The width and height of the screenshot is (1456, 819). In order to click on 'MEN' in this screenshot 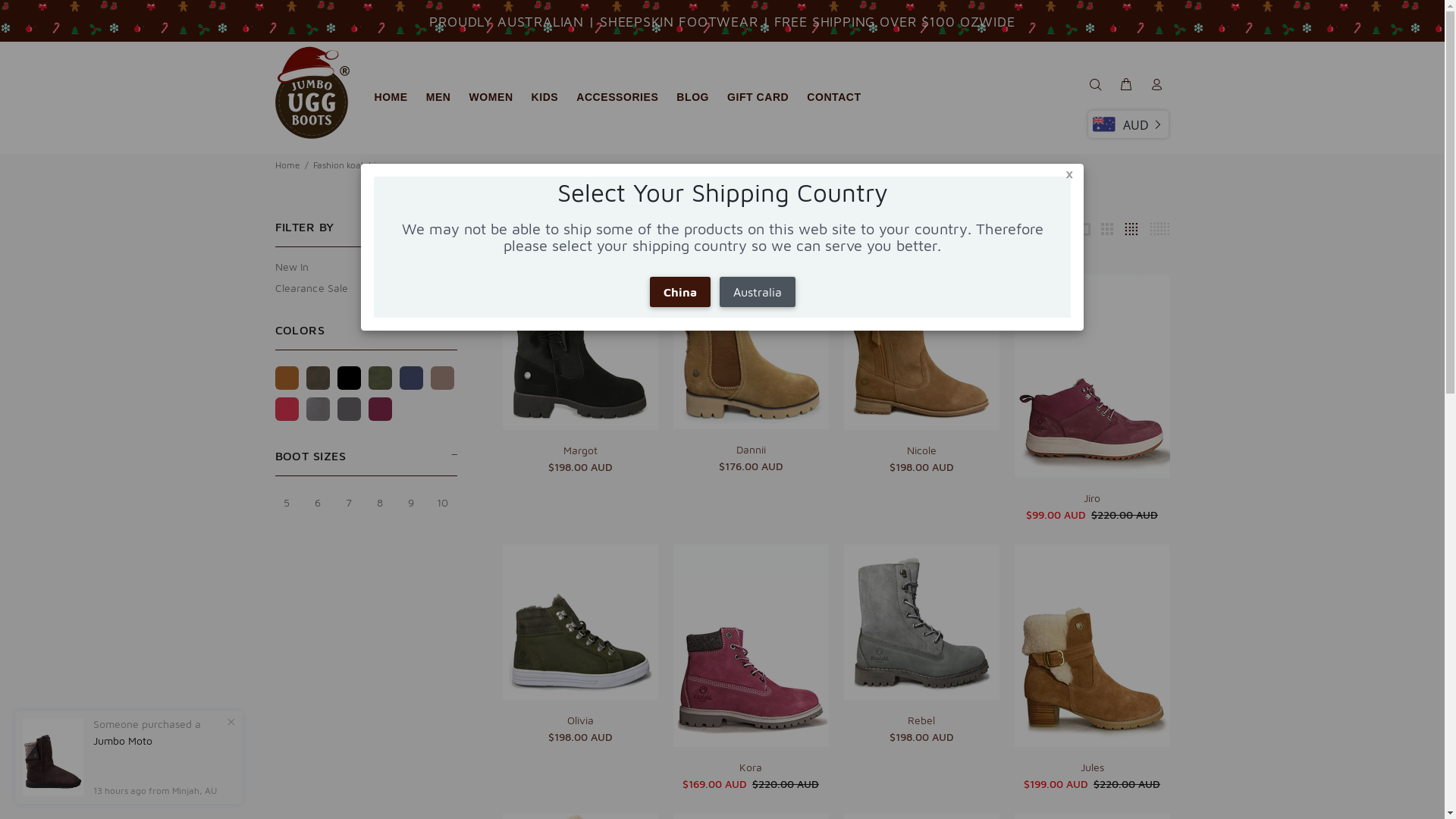, I will do `click(438, 97)`.